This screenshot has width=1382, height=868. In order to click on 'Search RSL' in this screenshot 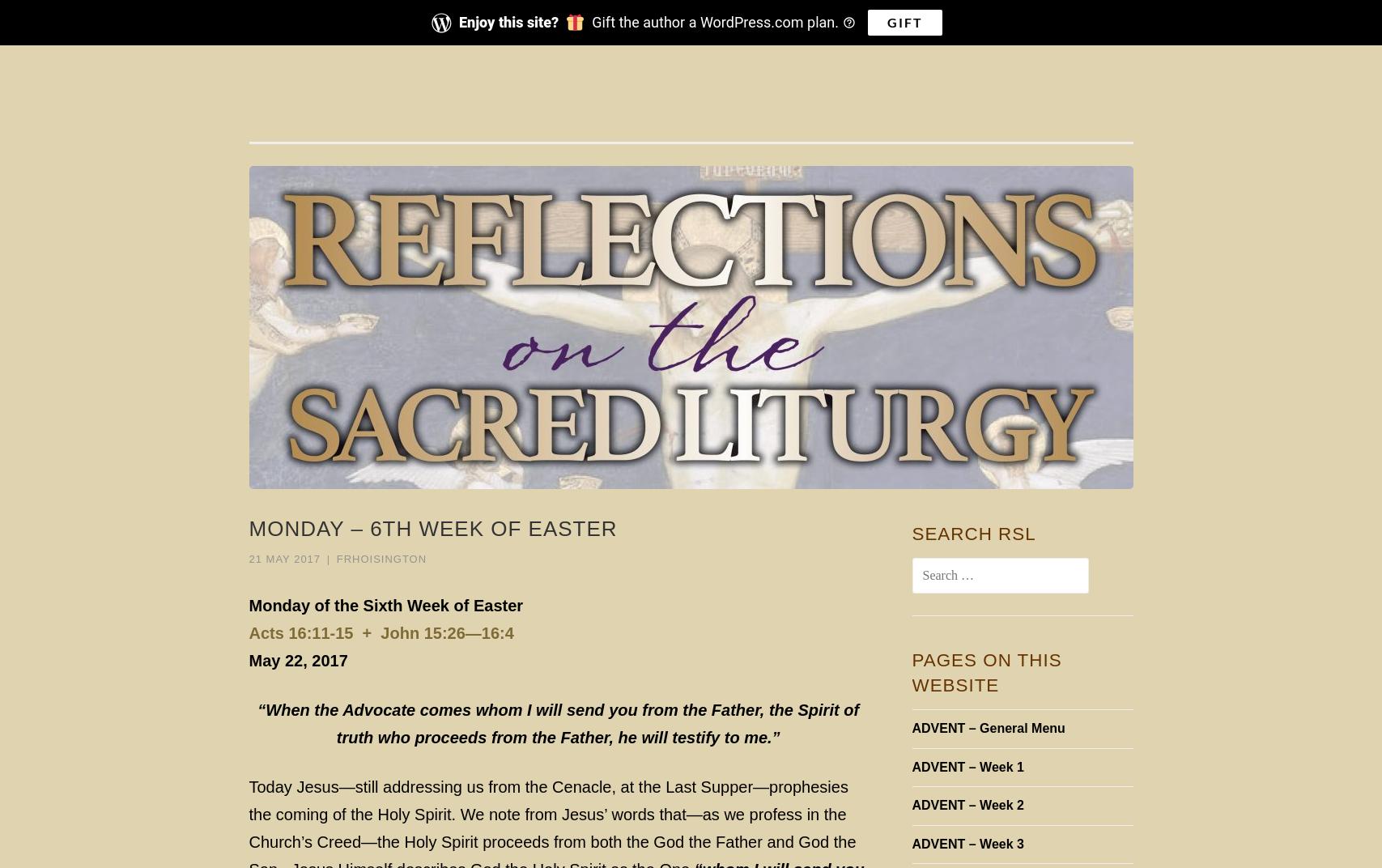, I will do `click(972, 534)`.